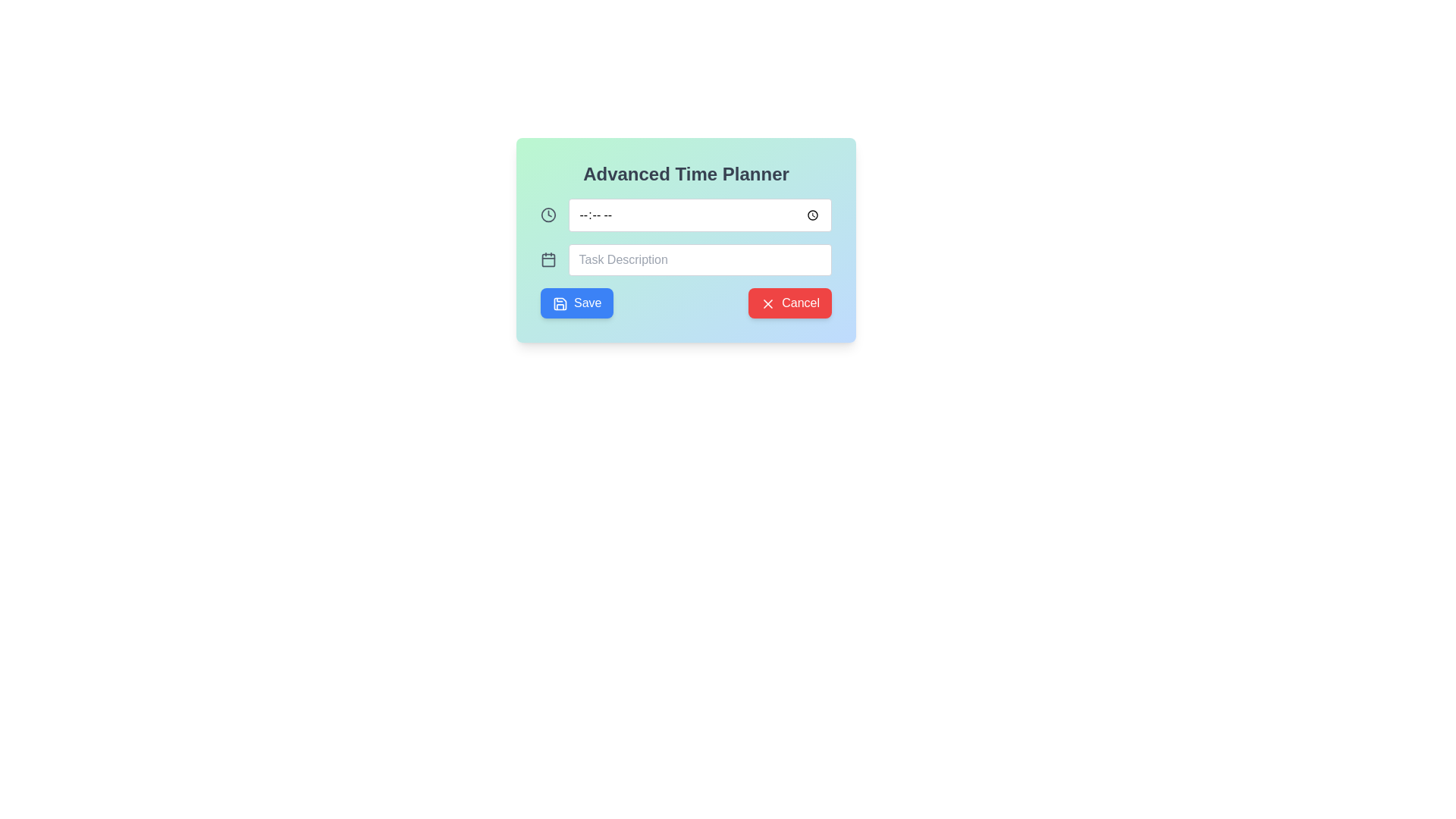 This screenshot has width=1456, height=819. What do you see at coordinates (560, 303) in the screenshot?
I see `the 'Save' button which contains an icon resembling a floppy disk on its left side` at bounding box center [560, 303].